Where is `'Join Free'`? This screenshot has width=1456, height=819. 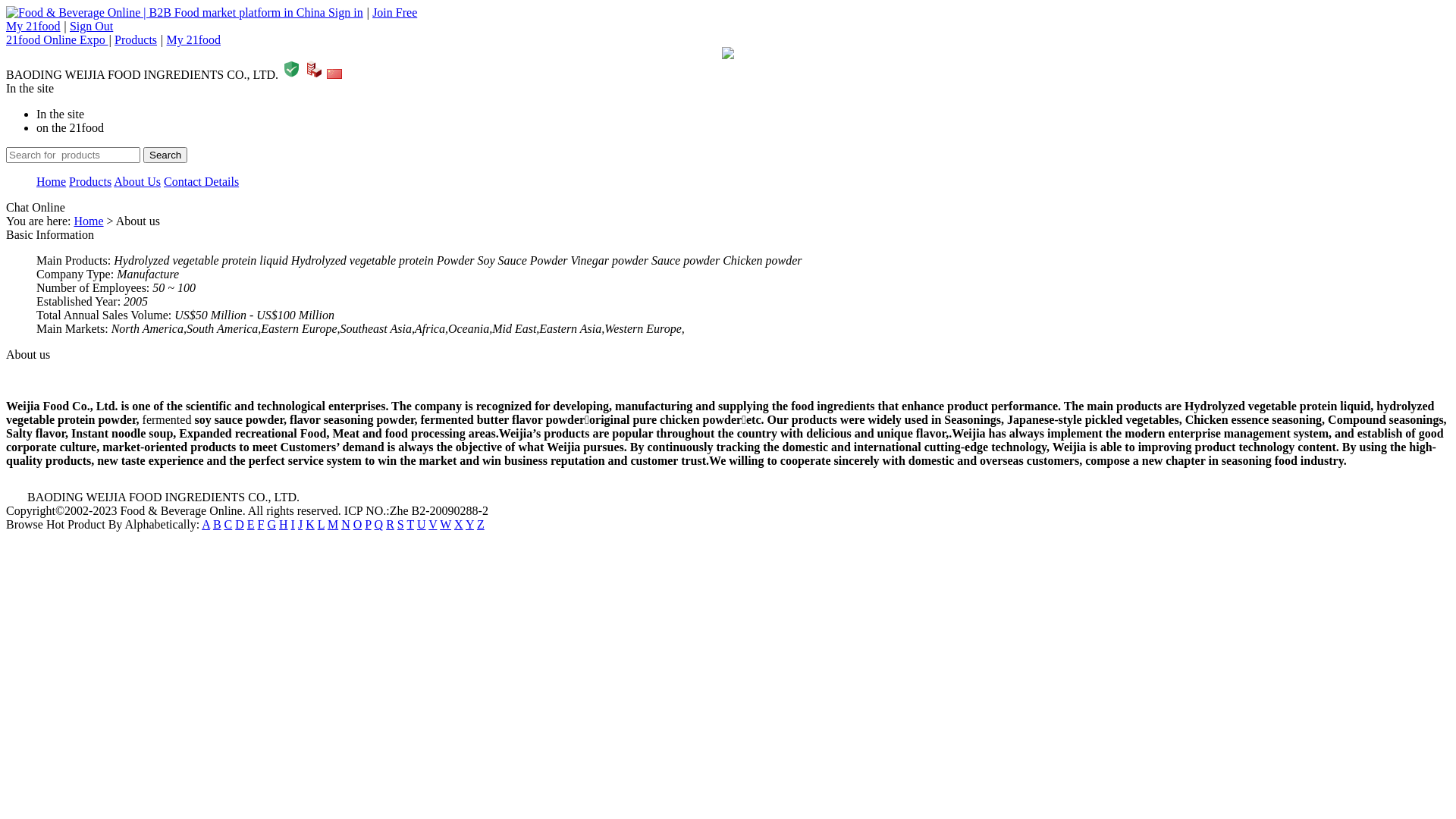
'Join Free' is located at coordinates (394, 12).